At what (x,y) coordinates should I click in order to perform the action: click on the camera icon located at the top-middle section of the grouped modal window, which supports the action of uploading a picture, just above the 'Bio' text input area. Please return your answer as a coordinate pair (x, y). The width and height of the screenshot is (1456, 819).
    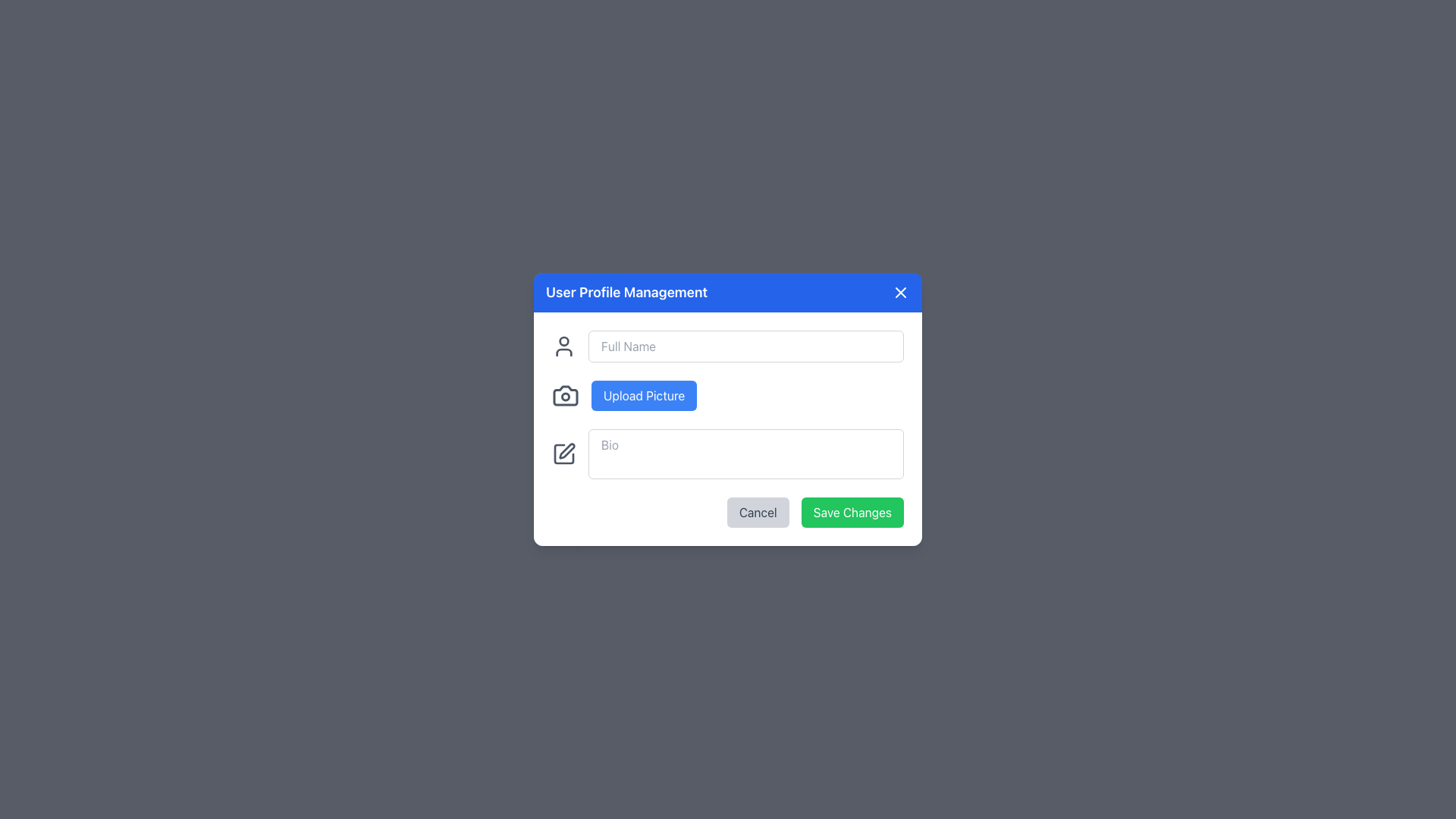
    Looking at the image, I should click on (564, 394).